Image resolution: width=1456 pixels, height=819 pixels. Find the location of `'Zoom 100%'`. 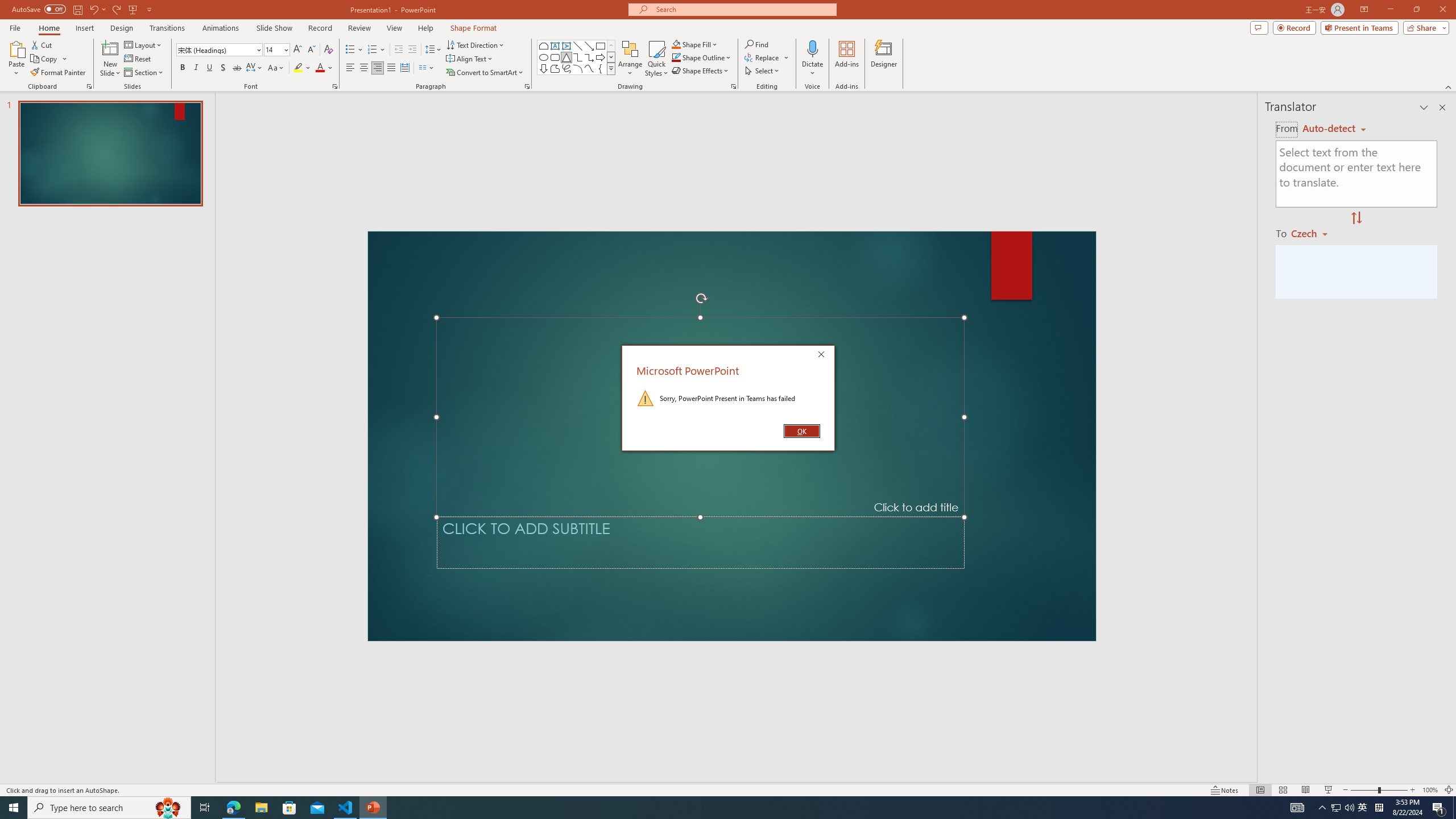

'Zoom 100%' is located at coordinates (1430, 790).